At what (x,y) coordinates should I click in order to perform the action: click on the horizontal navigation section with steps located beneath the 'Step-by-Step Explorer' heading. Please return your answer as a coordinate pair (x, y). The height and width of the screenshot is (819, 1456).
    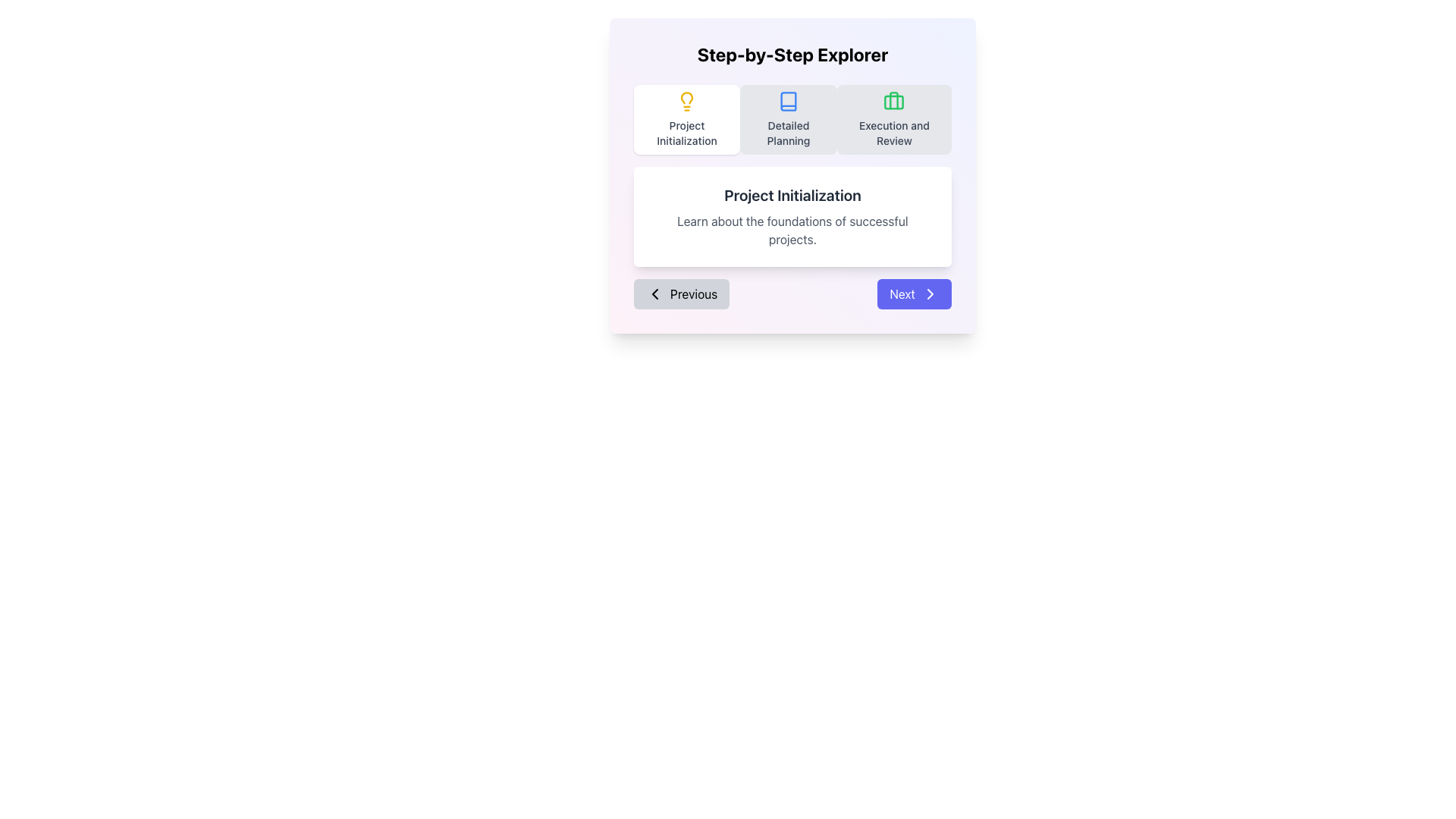
    Looking at the image, I should click on (792, 119).